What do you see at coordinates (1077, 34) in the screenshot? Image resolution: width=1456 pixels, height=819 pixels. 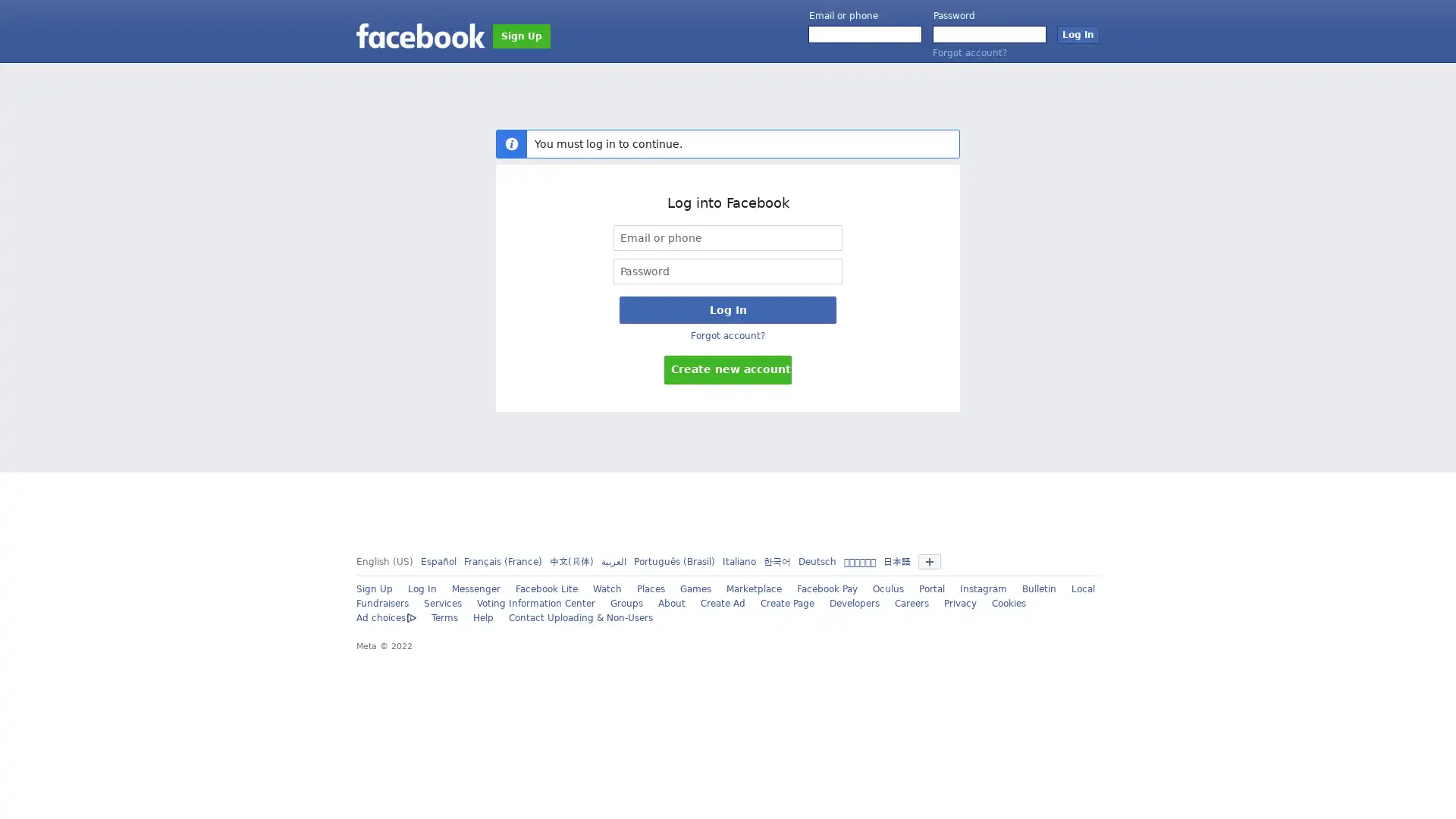 I see `Log in` at bounding box center [1077, 34].